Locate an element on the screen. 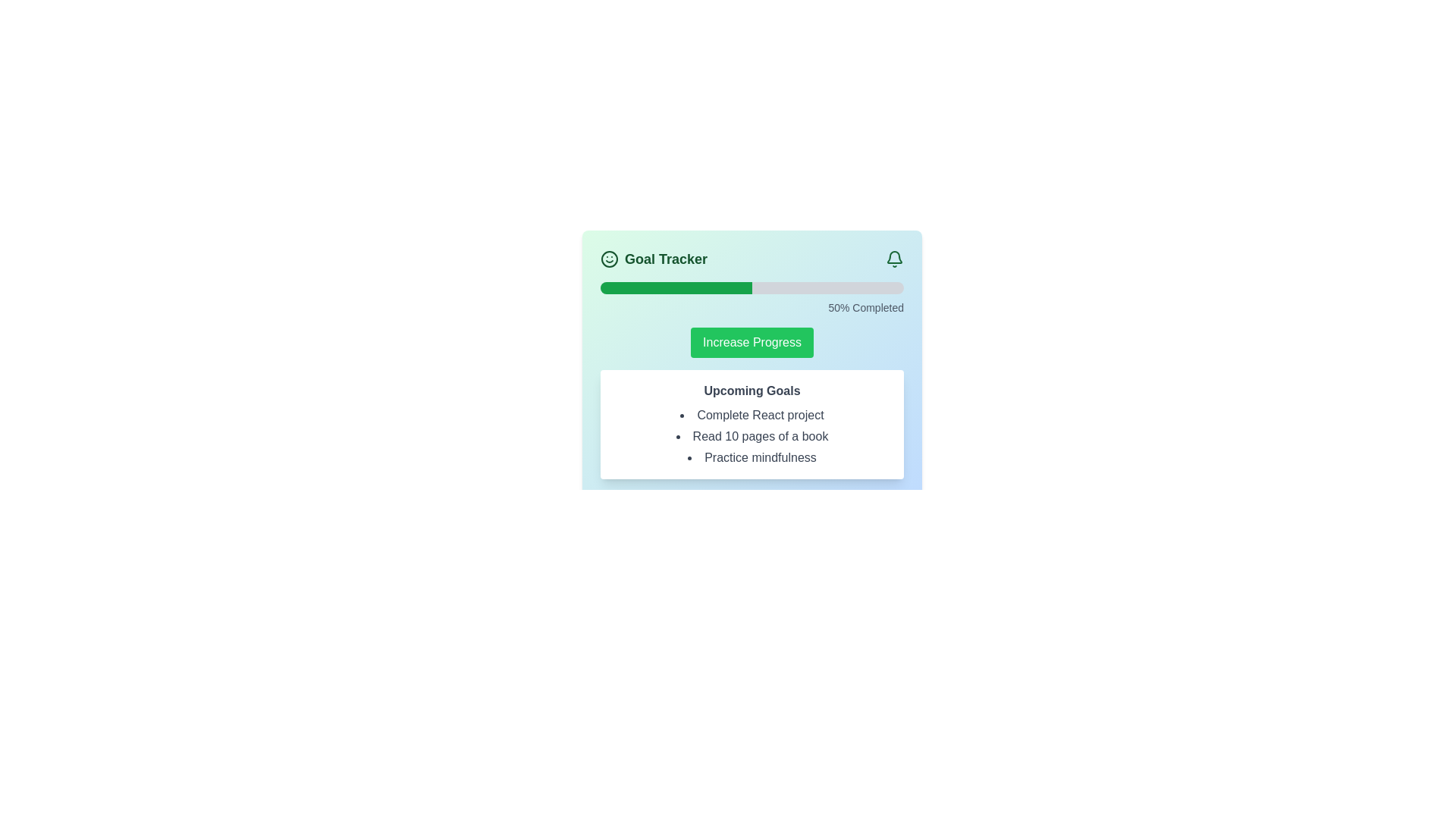  the Progress bar fill that visually represents 50% completion of the goal, located centrally below the 'Goal Tracker' label is located at coordinates (676, 288).